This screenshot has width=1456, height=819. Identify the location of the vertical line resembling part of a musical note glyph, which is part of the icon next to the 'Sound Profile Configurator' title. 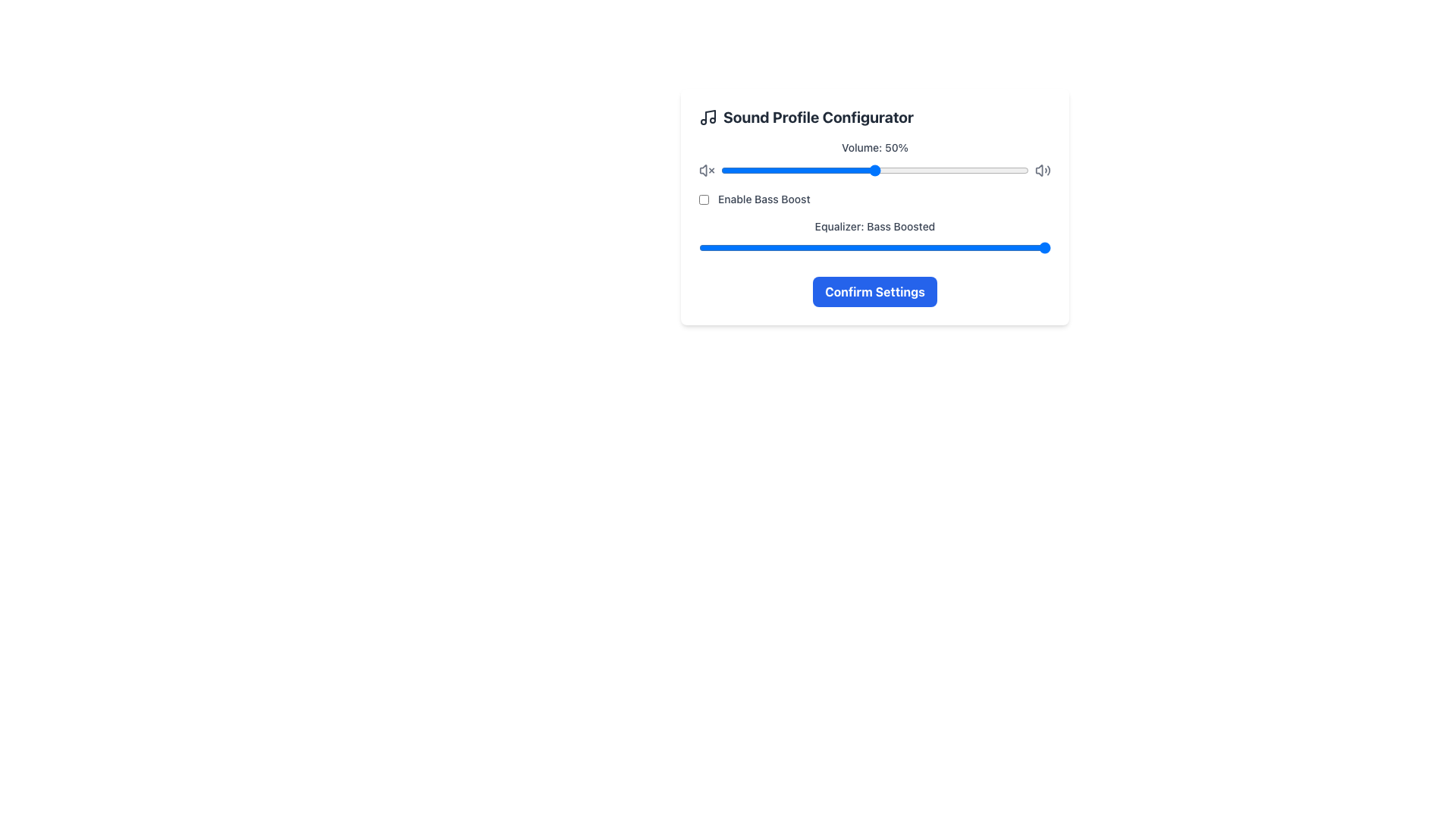
(709, 115).